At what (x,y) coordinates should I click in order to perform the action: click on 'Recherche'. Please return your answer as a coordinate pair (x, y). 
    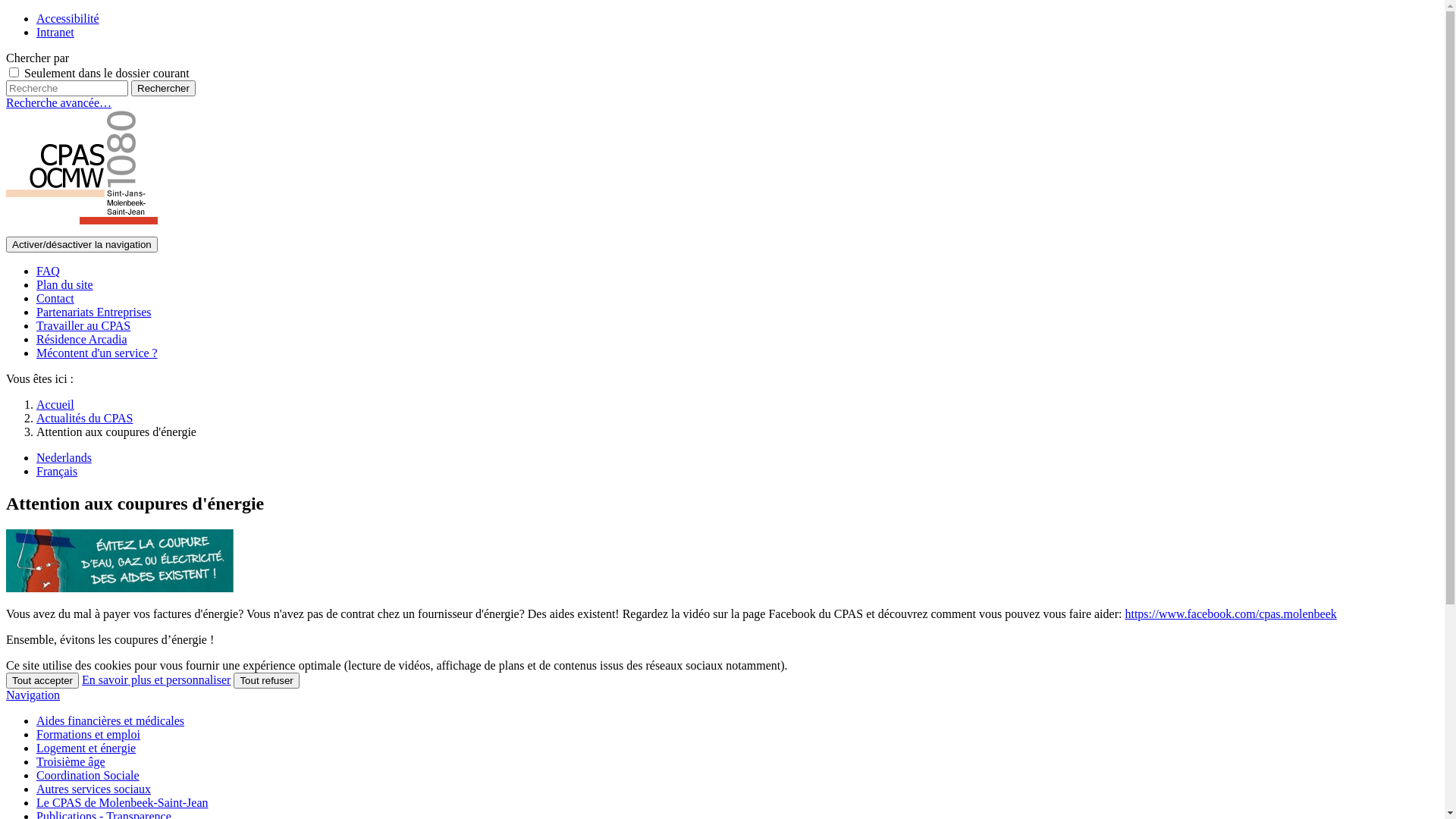
    Looking at the image, I should click on (66, 88).